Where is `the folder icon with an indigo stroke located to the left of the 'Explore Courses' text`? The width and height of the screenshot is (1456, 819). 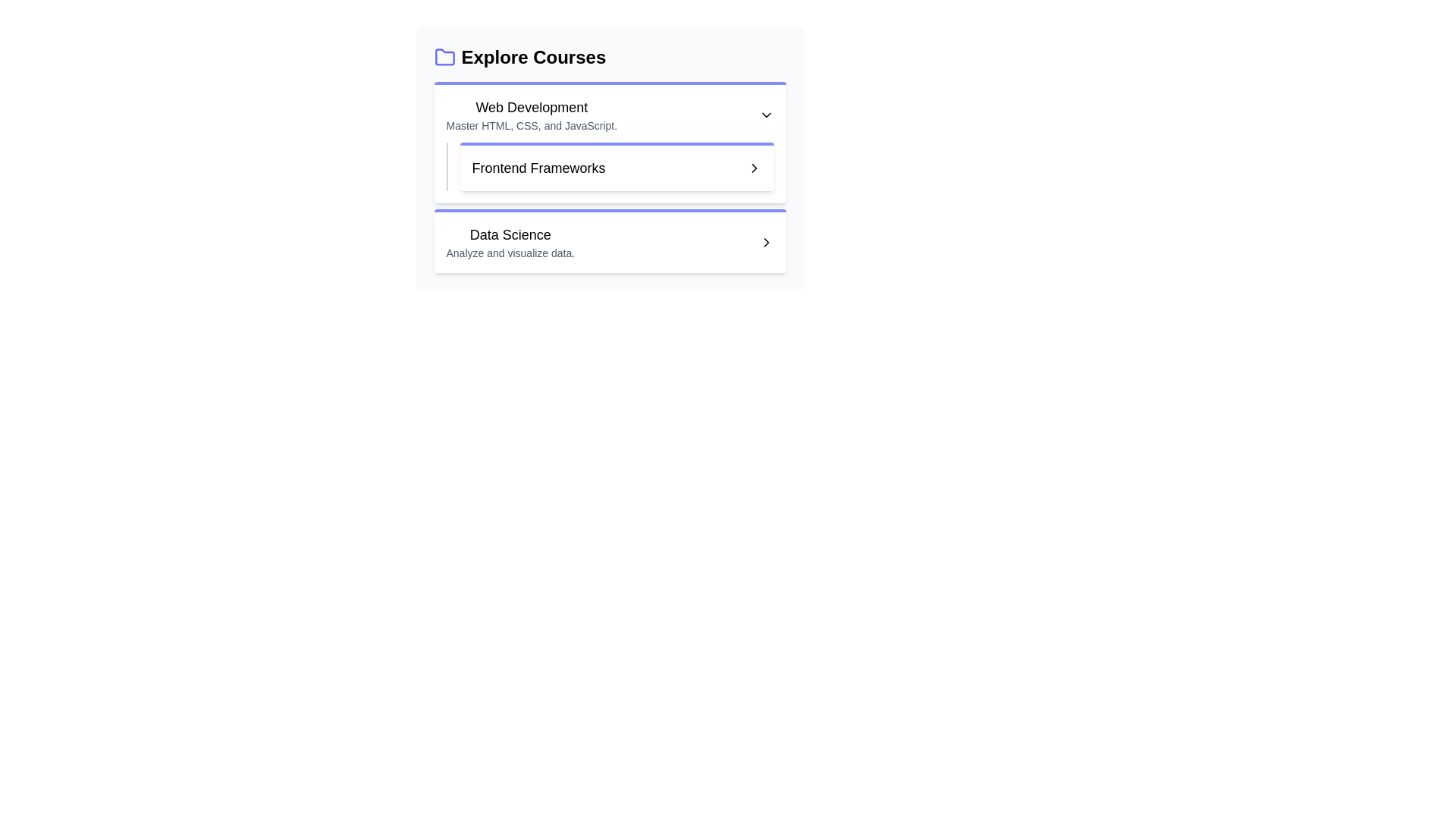 the folder icon with an indigo stroke located to the left of the 'Explore Courses' text is located at coordinates (444, 57).